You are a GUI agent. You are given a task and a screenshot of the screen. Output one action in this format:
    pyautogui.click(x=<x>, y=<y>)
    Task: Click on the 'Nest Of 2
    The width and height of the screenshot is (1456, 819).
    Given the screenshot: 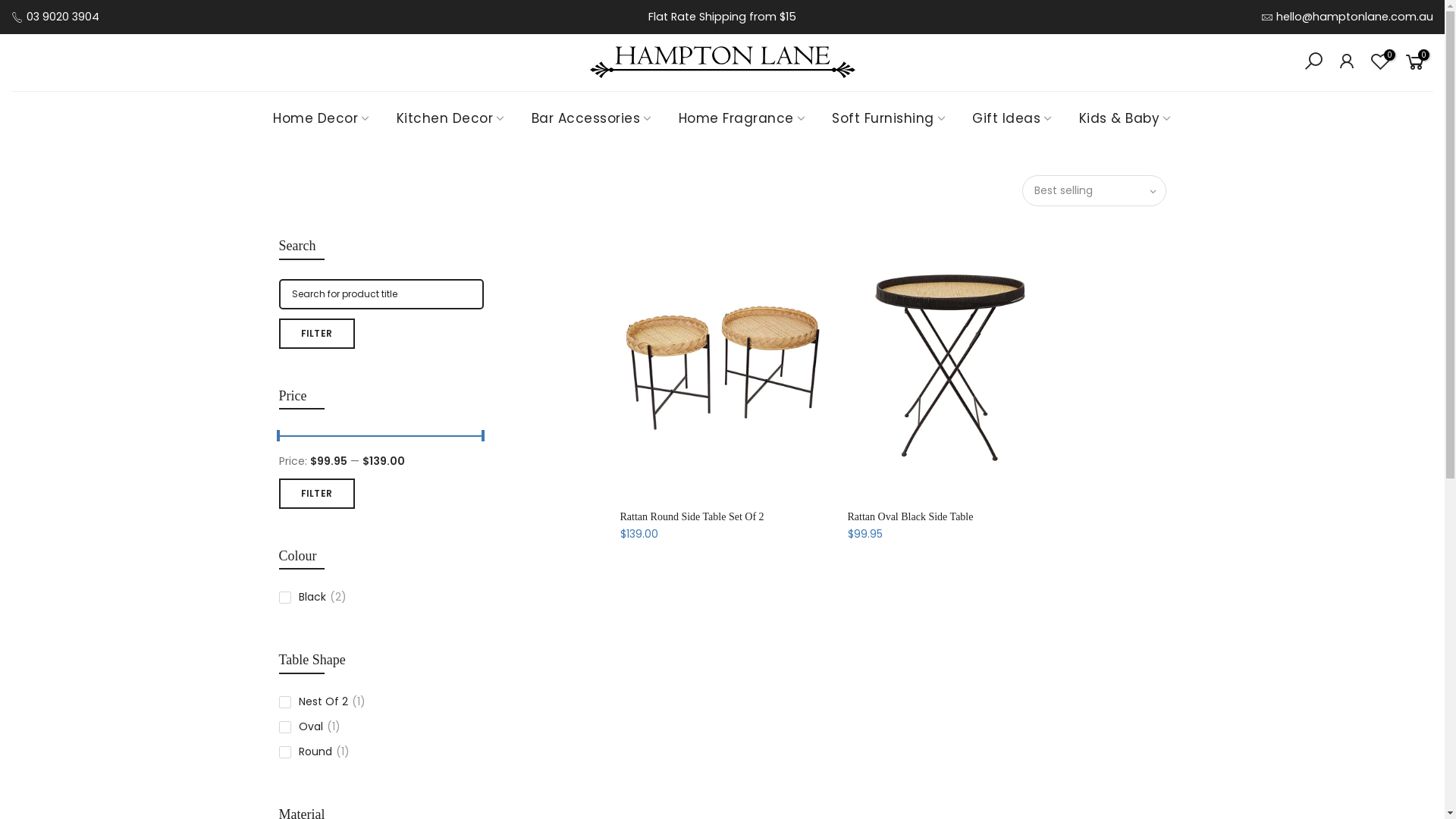 What is the action you would take?
    pyautogui.click(x=381, y=701)
    